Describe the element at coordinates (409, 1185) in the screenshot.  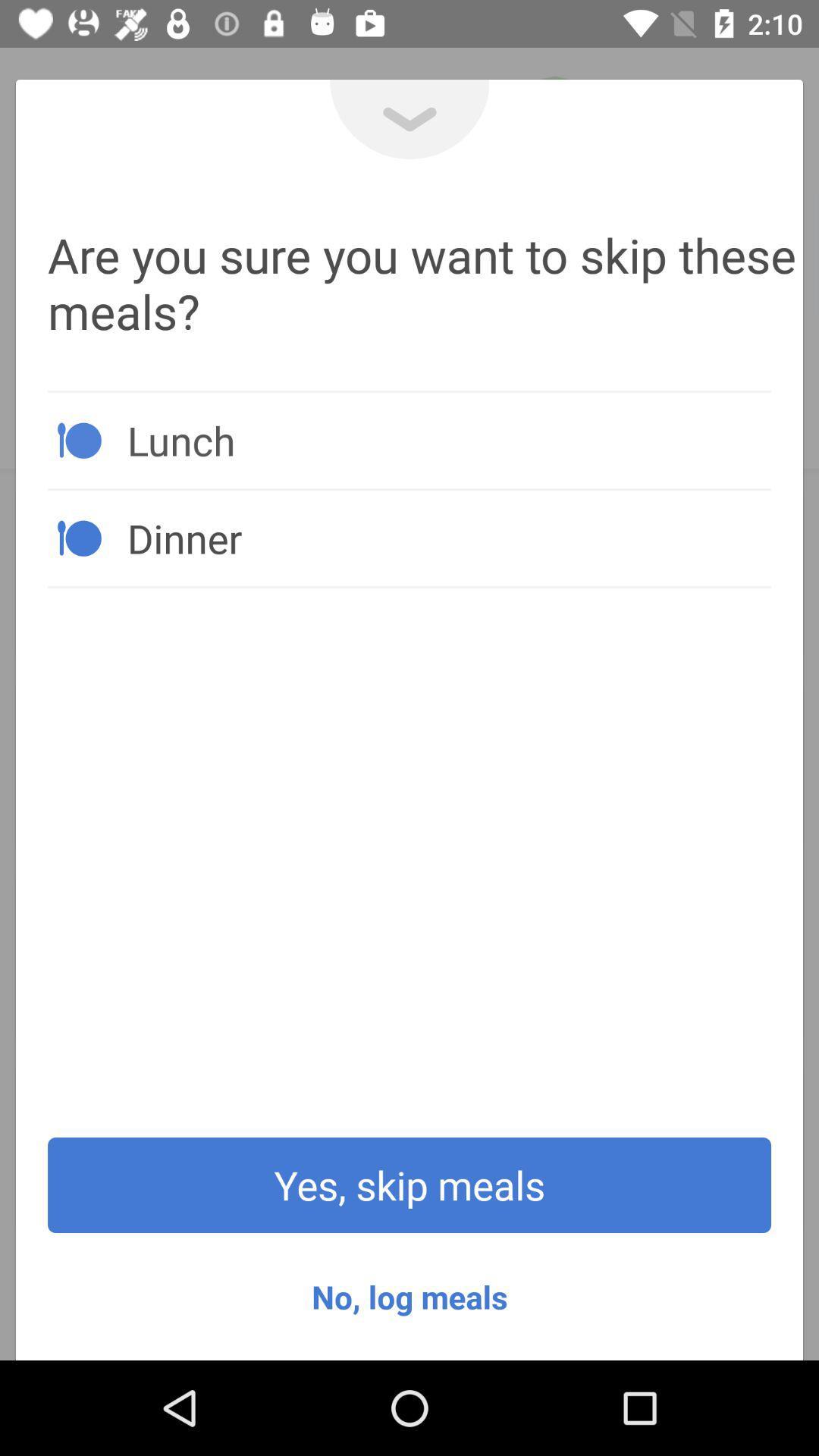
I see `icon above no, log meals` at that location.